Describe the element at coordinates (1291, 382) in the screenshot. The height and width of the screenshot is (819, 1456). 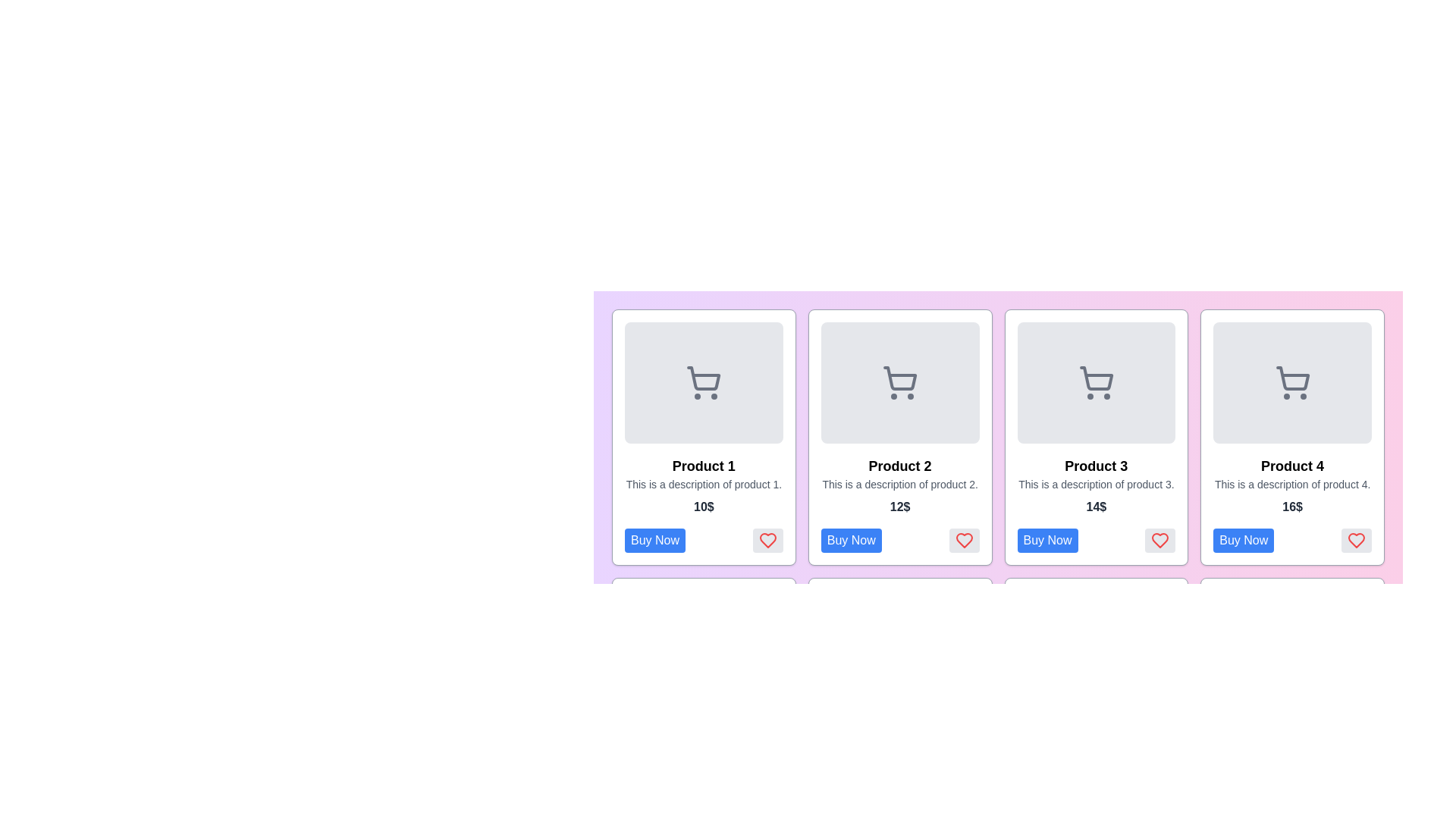
I see `the shopping icon within the product card for 'Product 4', which is the fourth card in the horizontal sequence` at that location.